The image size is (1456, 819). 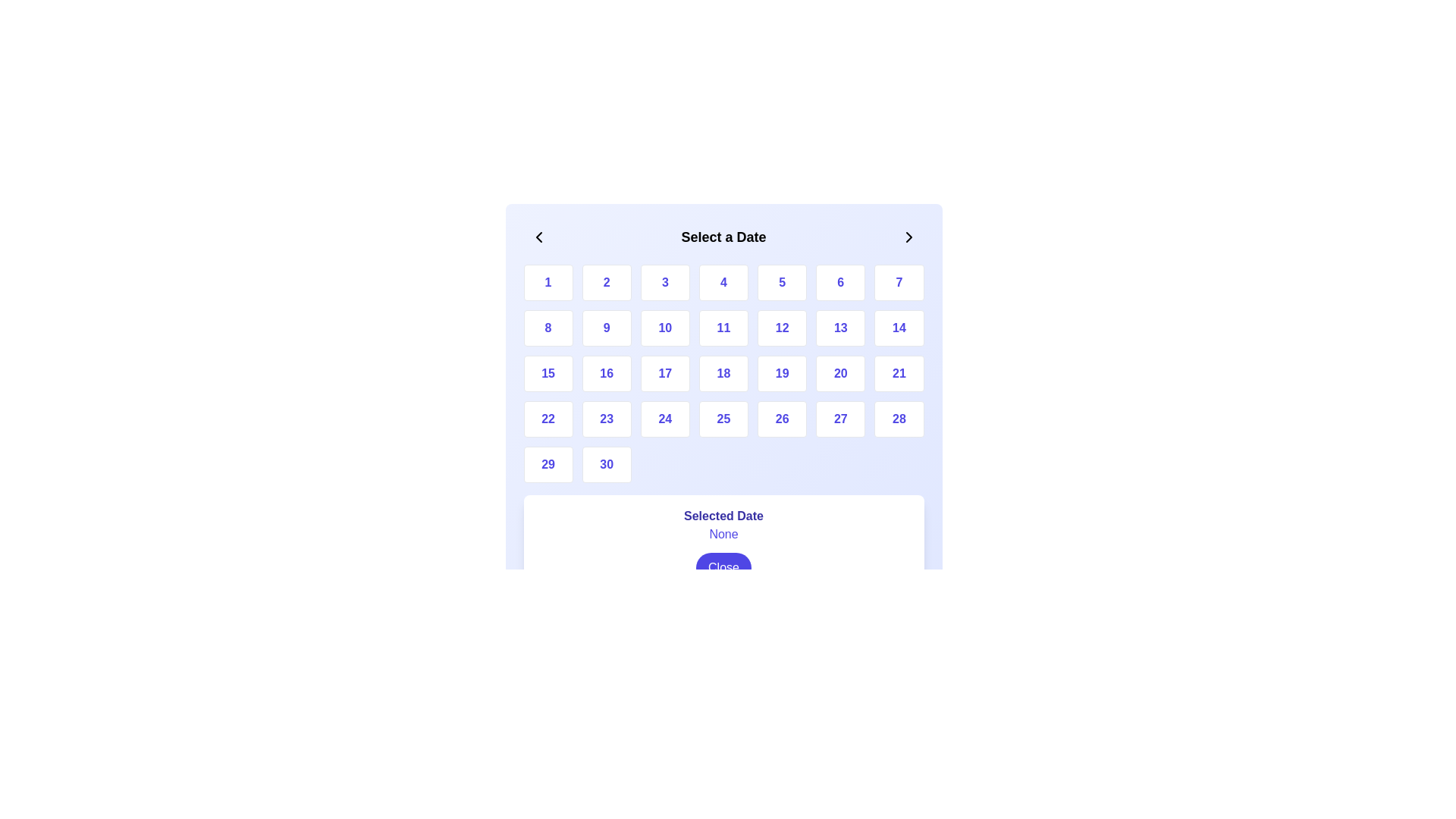 What do you see at coordinates (607, 419) in the screenshot?
I see `the rounded rectangular button displaying the bold blue text '23'` at bounding box center [607, 419].